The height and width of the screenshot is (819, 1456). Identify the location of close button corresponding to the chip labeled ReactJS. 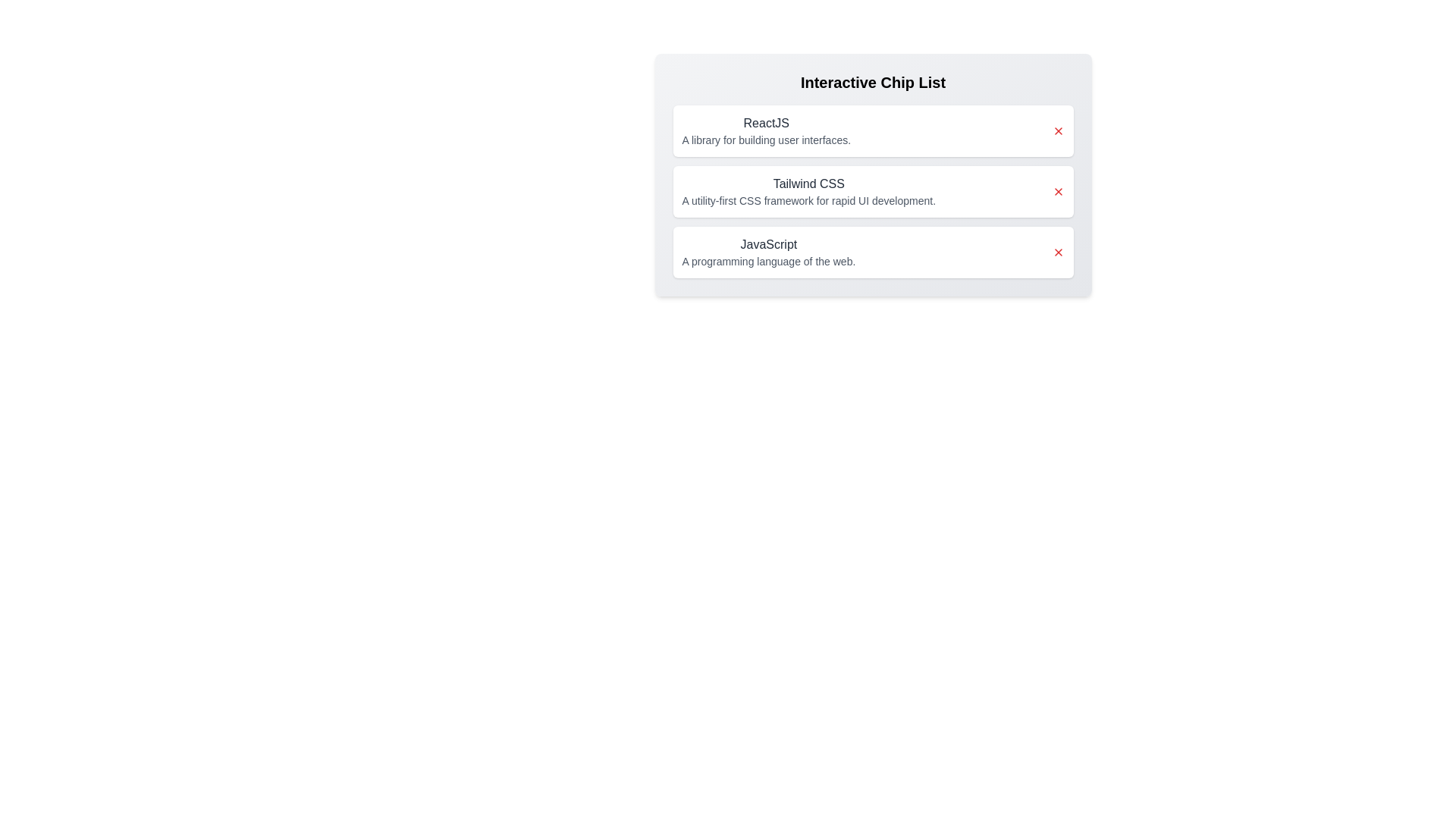
(1057, 130).